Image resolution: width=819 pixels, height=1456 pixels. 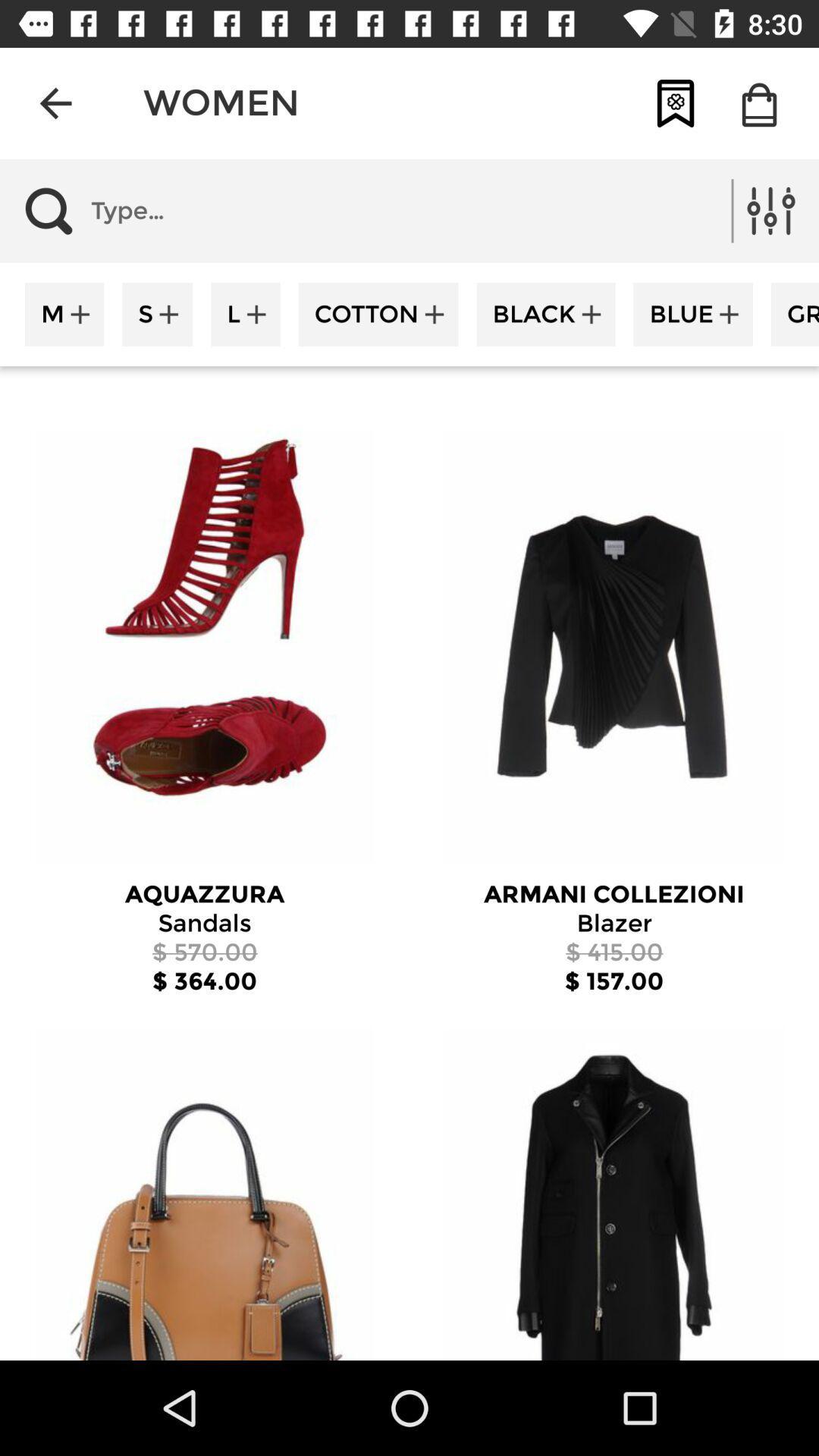 I want to click on icon to the right of cotton item, so click(x=546, y=313).